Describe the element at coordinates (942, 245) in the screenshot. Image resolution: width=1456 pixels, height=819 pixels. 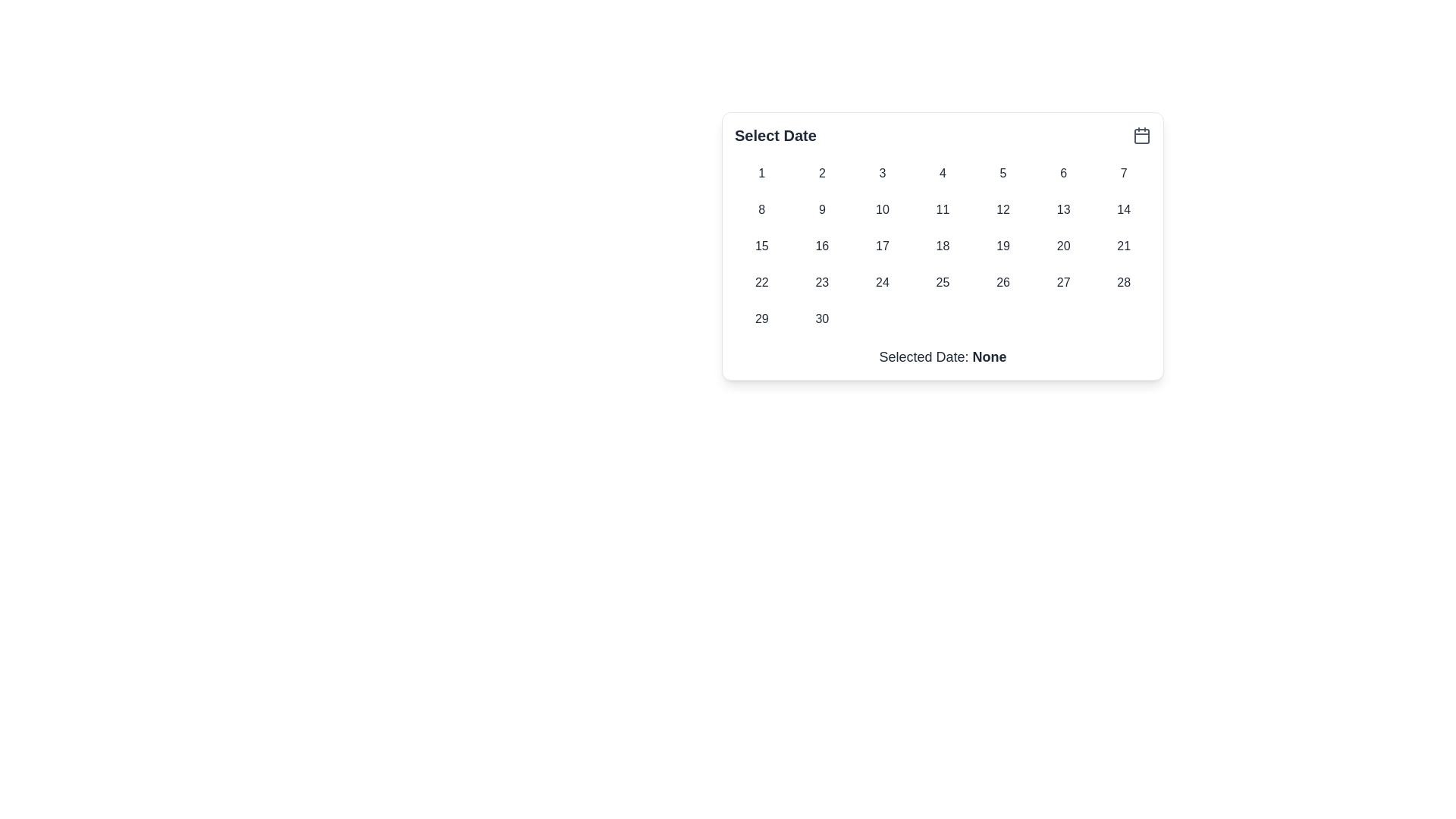
I see `the date button in the calendar grid` at that location.